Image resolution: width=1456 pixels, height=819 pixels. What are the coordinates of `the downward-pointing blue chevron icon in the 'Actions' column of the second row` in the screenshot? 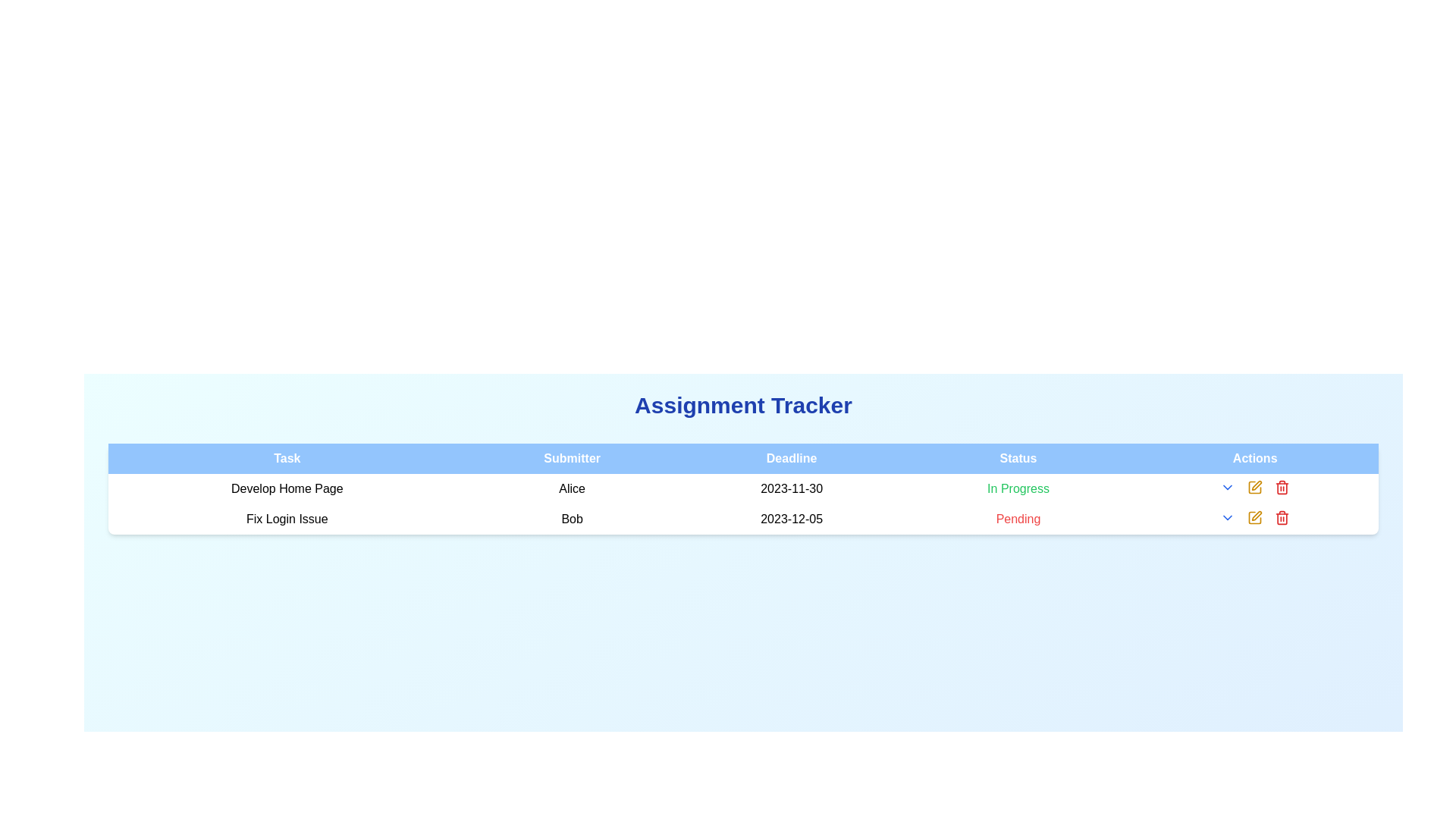 It's located at (1228, 516).